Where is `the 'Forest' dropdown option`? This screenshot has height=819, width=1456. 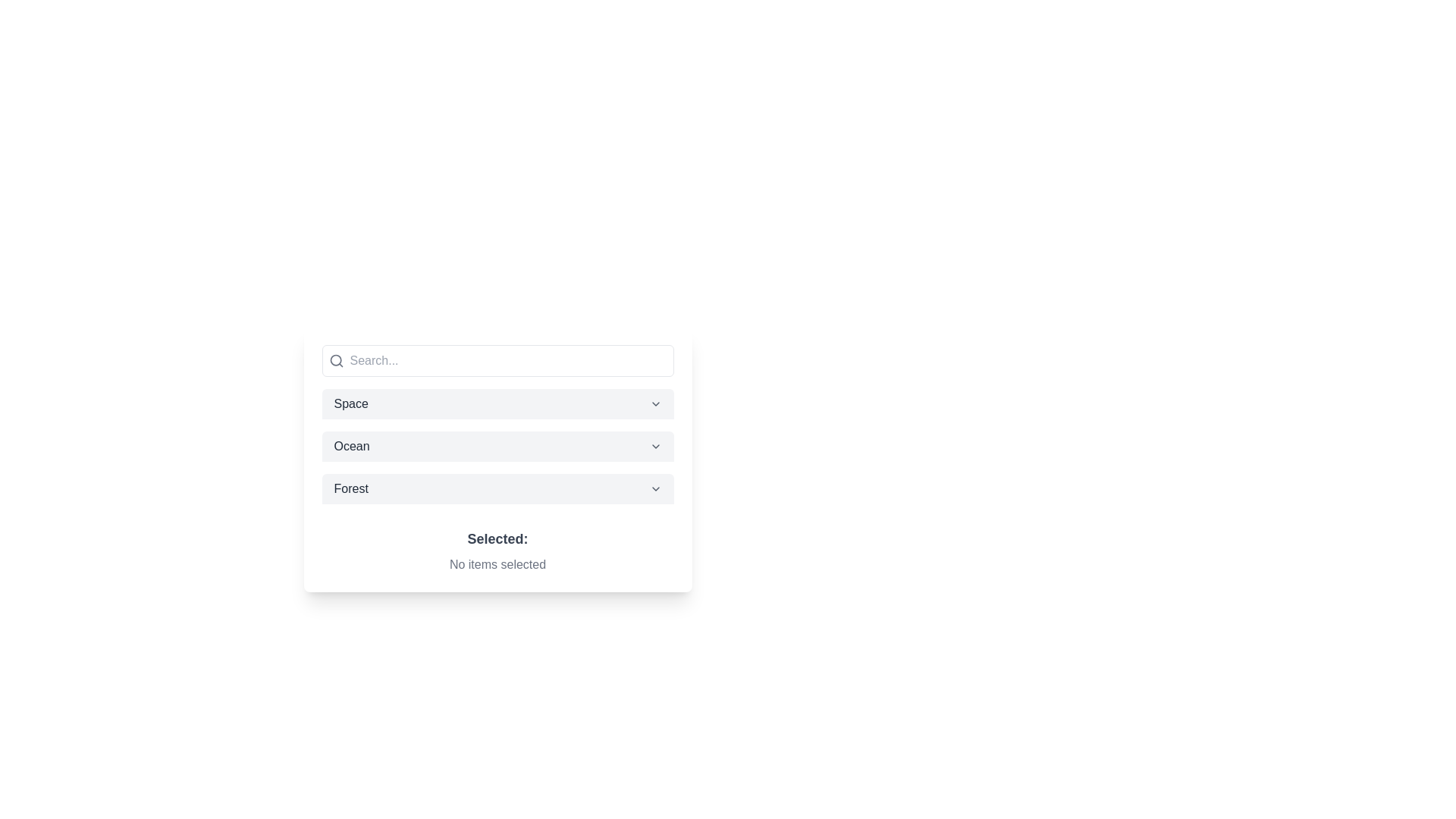 the 'Forest' dropdown option is located at coordinates (497, 488).